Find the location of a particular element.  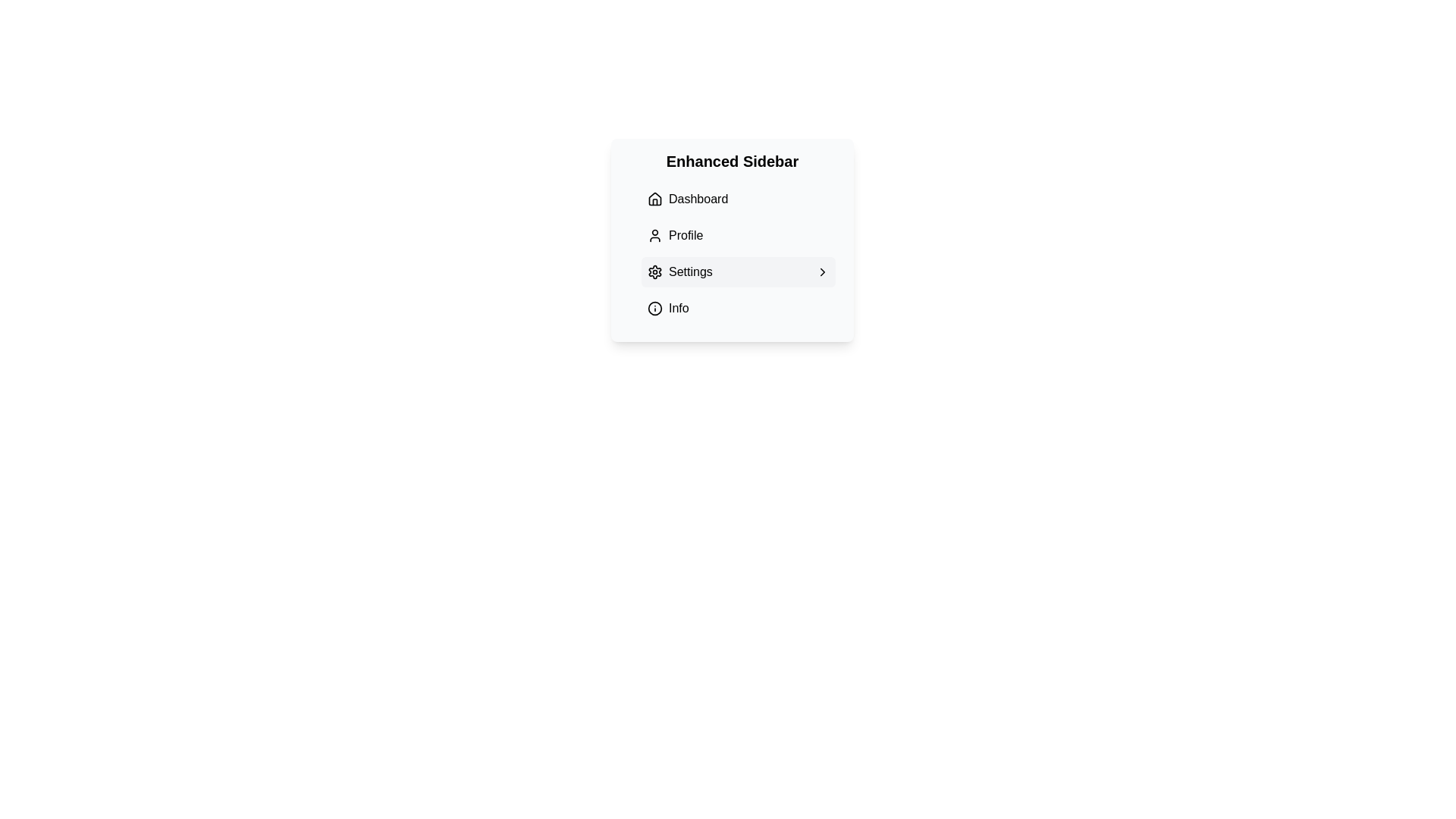

the chevron icon located to the far right of the 'Settings' text in the sidebar menu is located at coordinates (821, 271).